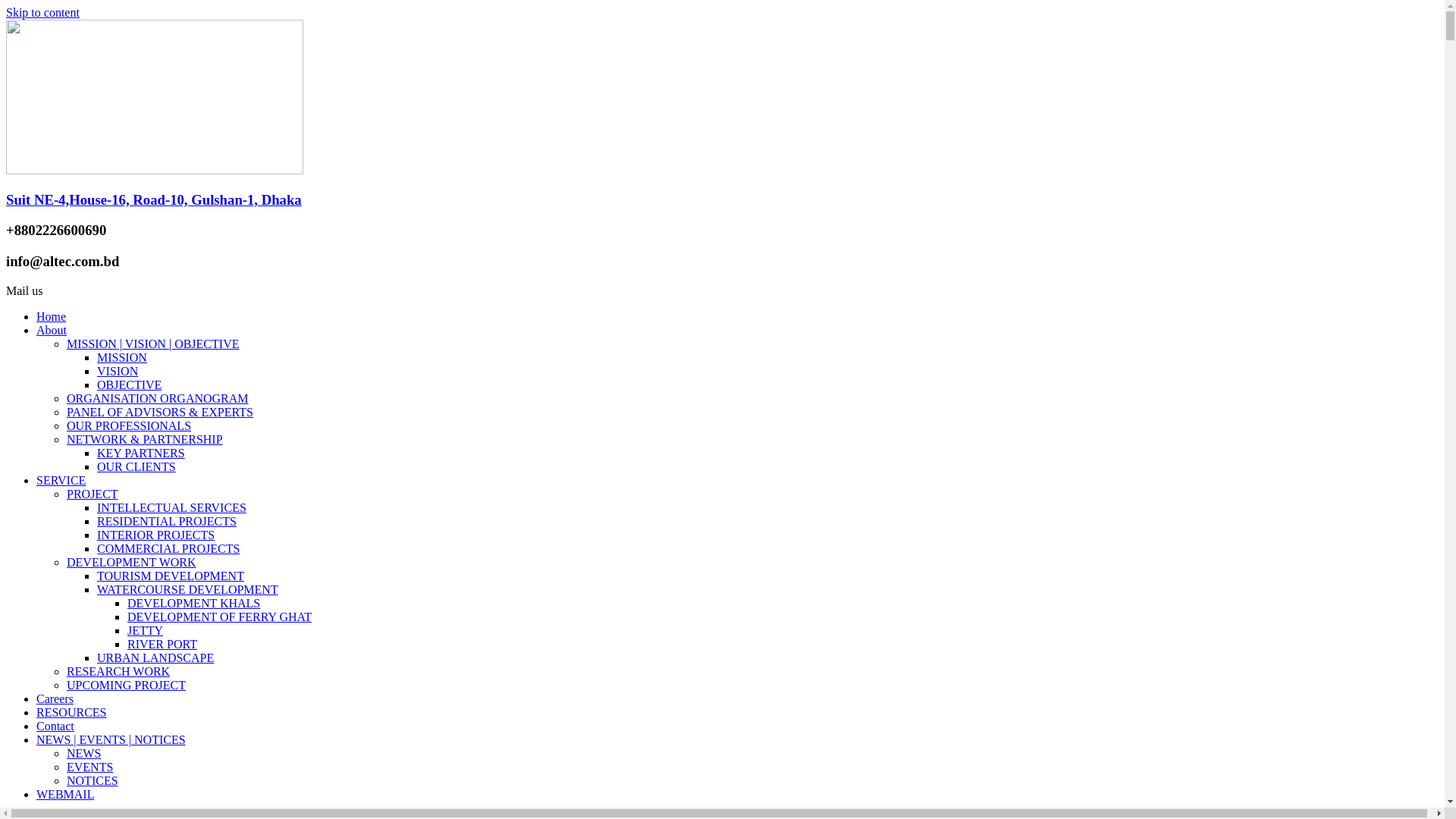  What do you see at coordinates (187, 588) in the screenshot?
I see `'WATERCOURSE DEVELOPMENT'` at bounding box center [187, 588].